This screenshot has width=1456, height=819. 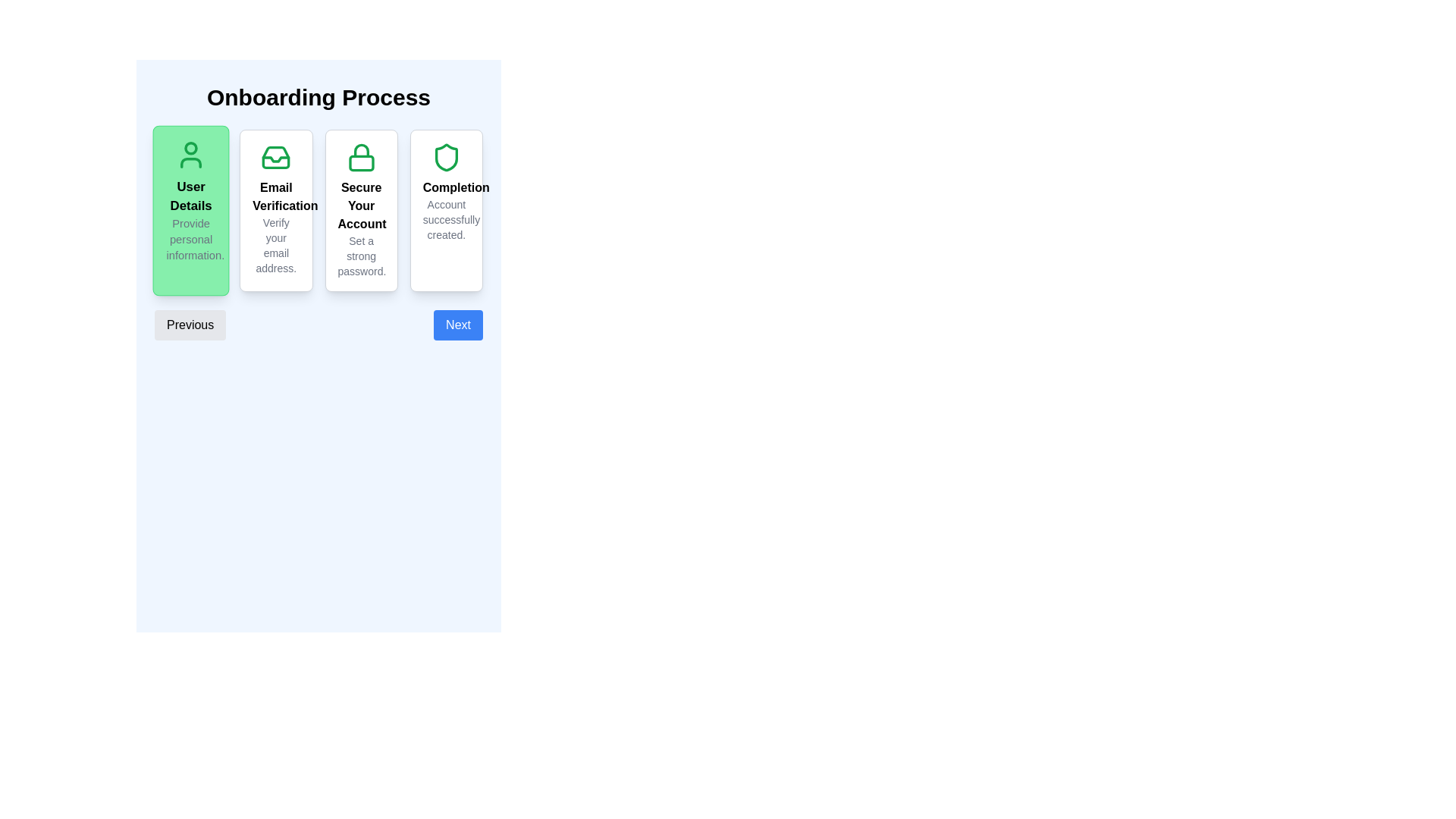 What do you see at coordinates (276, 196) in the screenshot?
I see `bold text label 'Email Verification' prominently displayed in the second column of the onboarding panel, located below the envelope icon` at bounding box center [276, 196].